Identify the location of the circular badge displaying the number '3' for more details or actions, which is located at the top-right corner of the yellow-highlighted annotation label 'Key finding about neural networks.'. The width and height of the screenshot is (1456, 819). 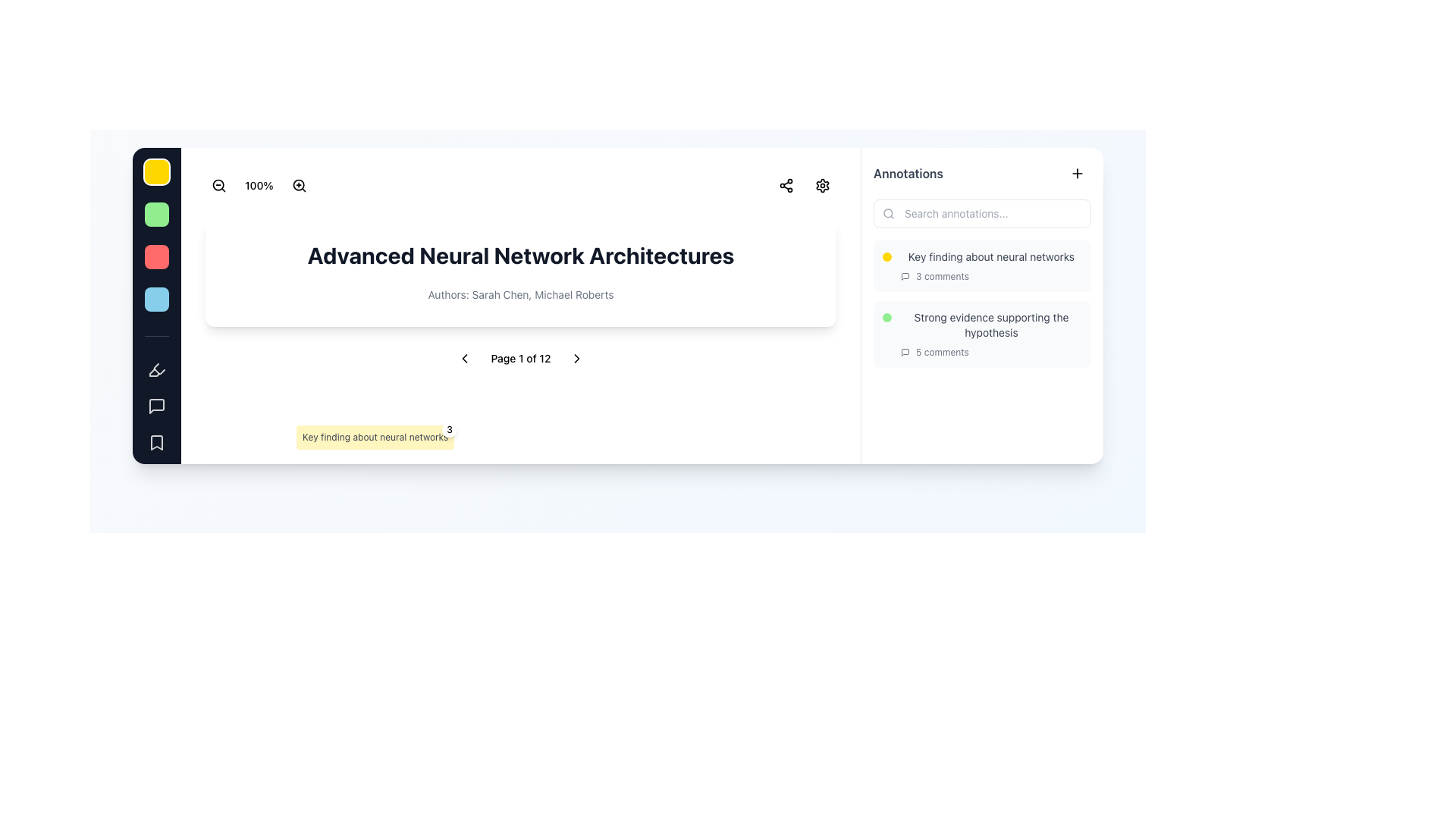
(449, 430).